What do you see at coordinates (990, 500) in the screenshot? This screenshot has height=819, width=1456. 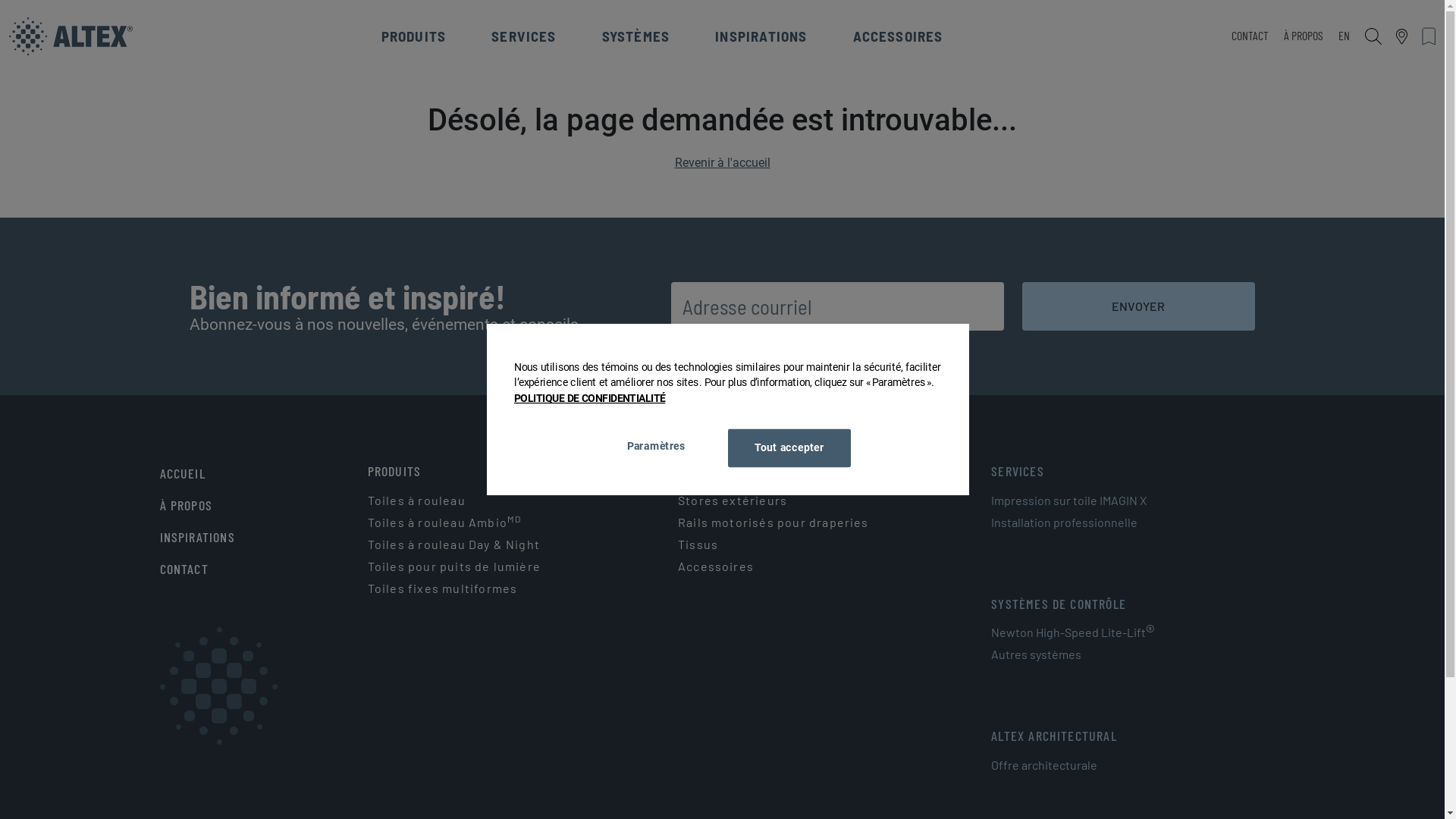 I see `'Impression sur toile IMAGIN X'` at bounding box center [990, 500].